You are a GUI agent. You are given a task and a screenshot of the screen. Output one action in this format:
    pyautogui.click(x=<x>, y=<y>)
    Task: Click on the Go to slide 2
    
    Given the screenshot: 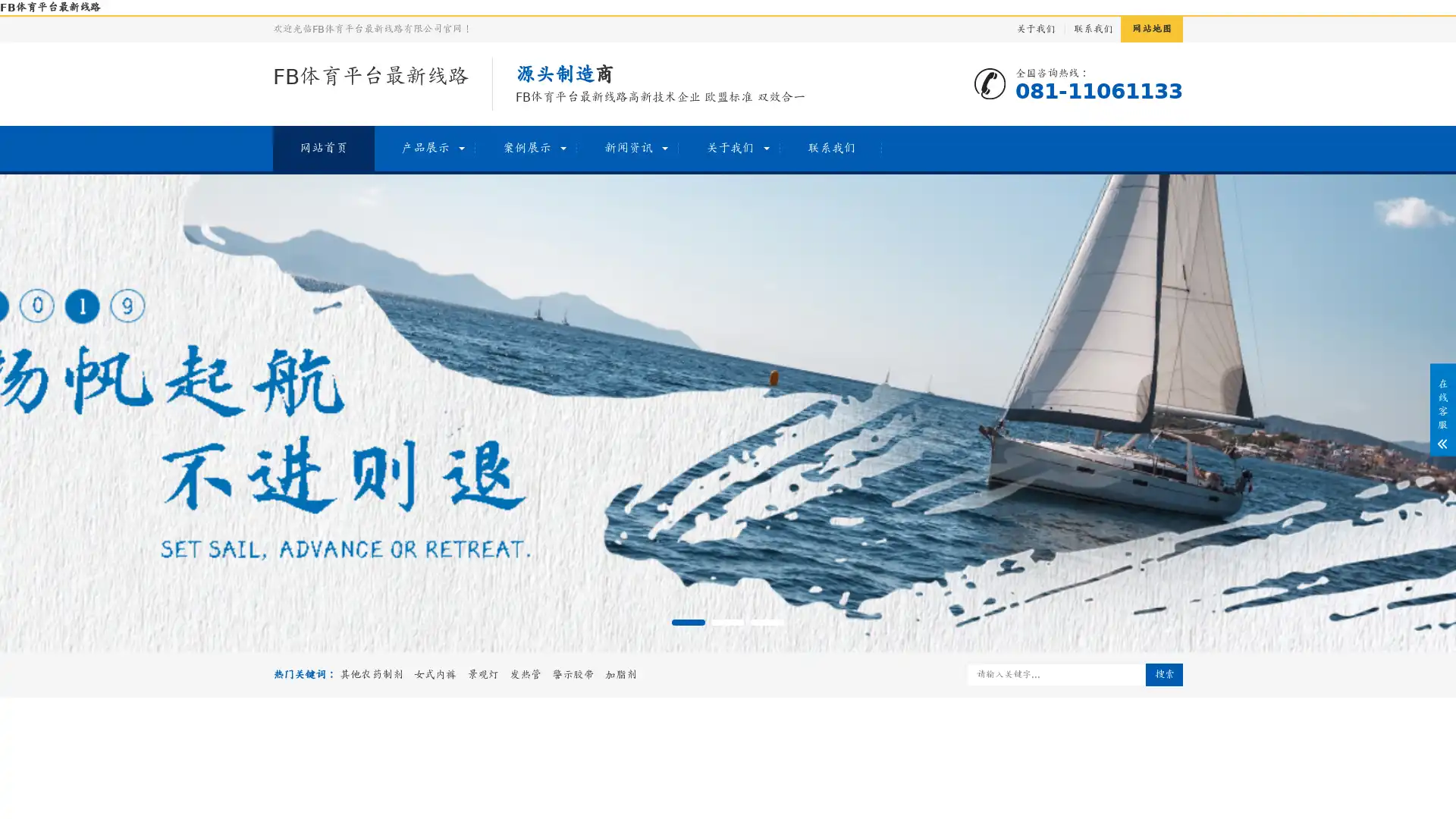 What is the action you would take?
    pyautogui.click(x=728, y=623)
    